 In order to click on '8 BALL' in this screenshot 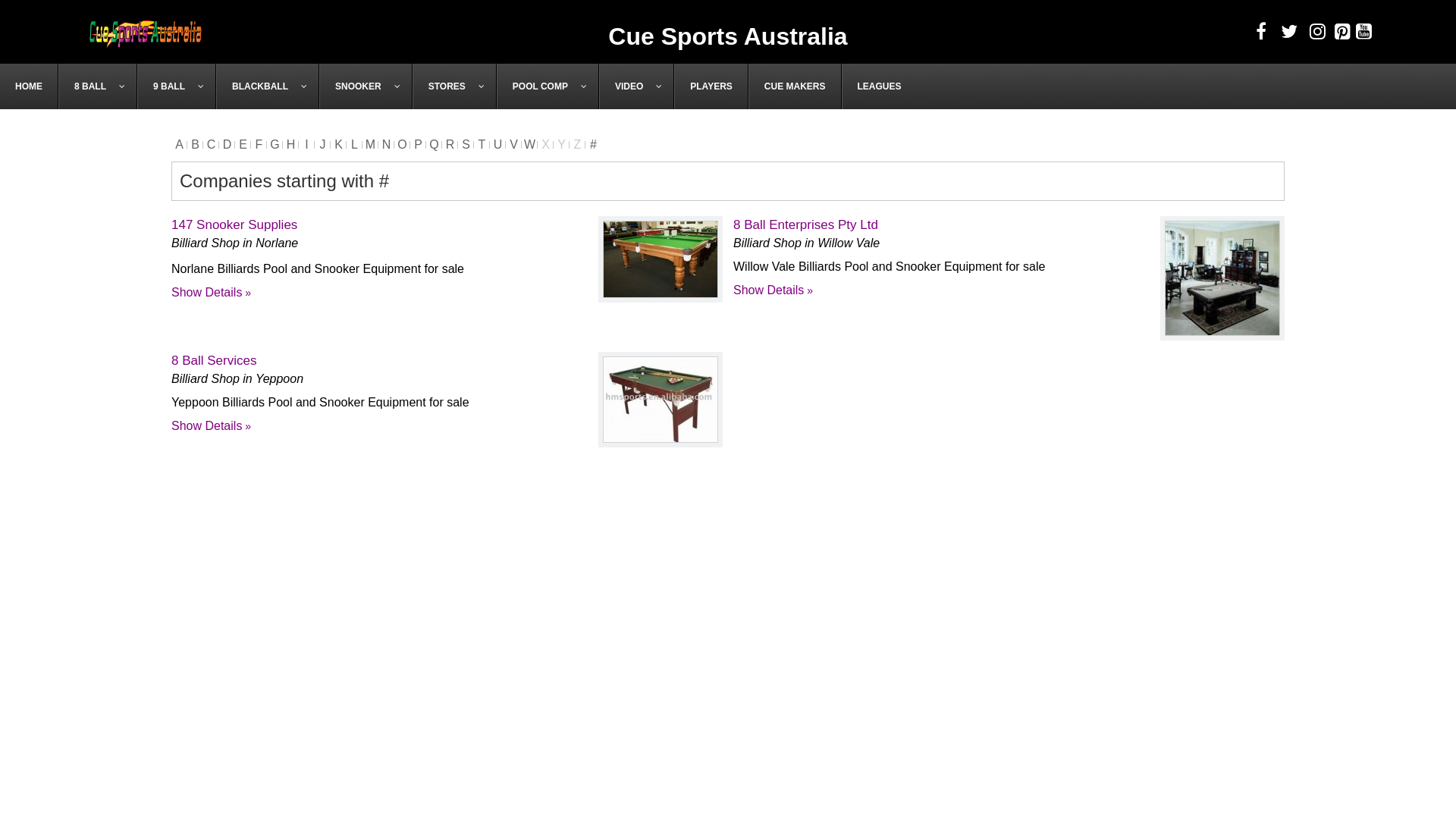, I will do `click(97, 86)`.